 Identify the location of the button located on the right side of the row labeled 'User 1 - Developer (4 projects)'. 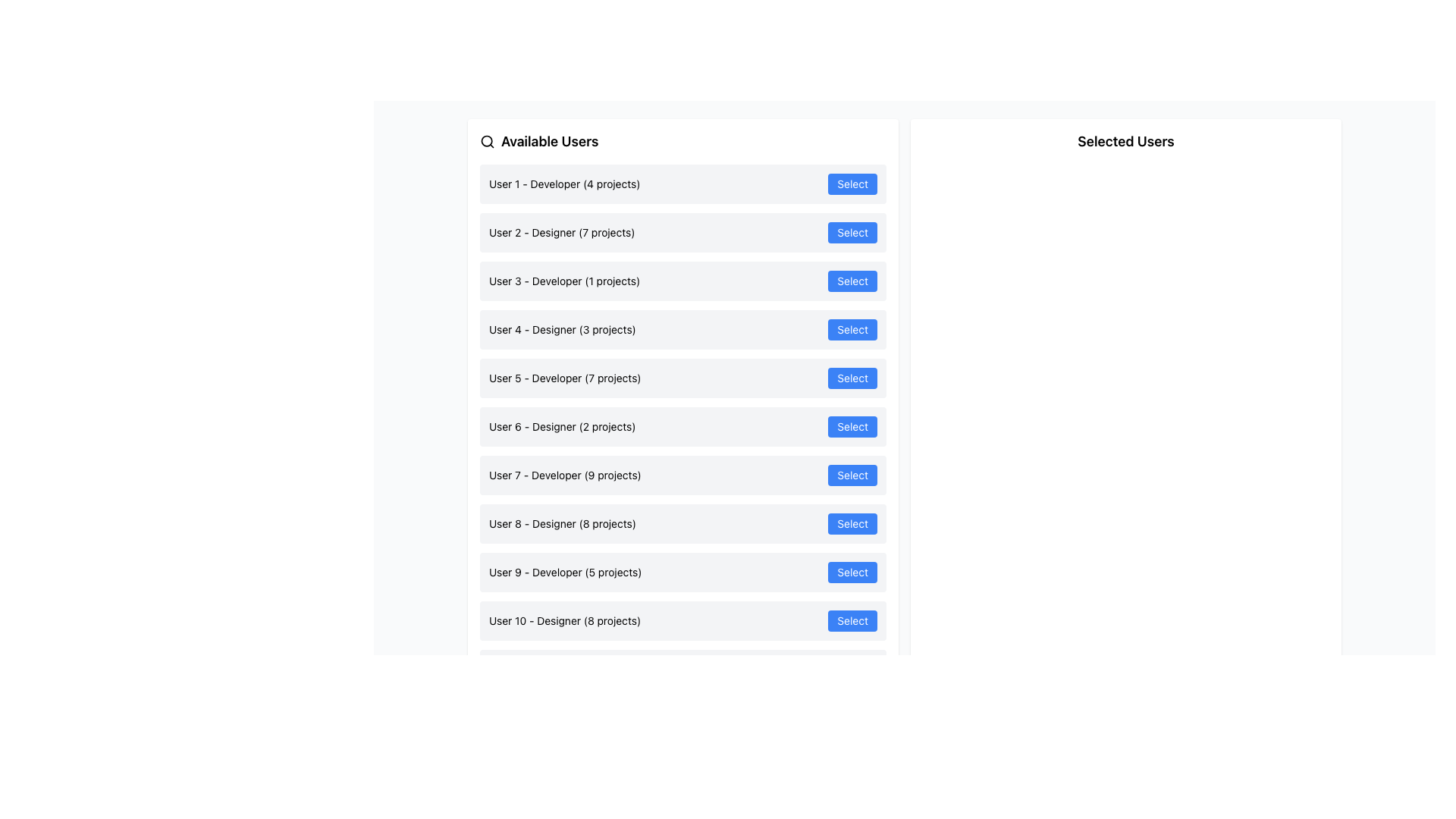
(852, 184).